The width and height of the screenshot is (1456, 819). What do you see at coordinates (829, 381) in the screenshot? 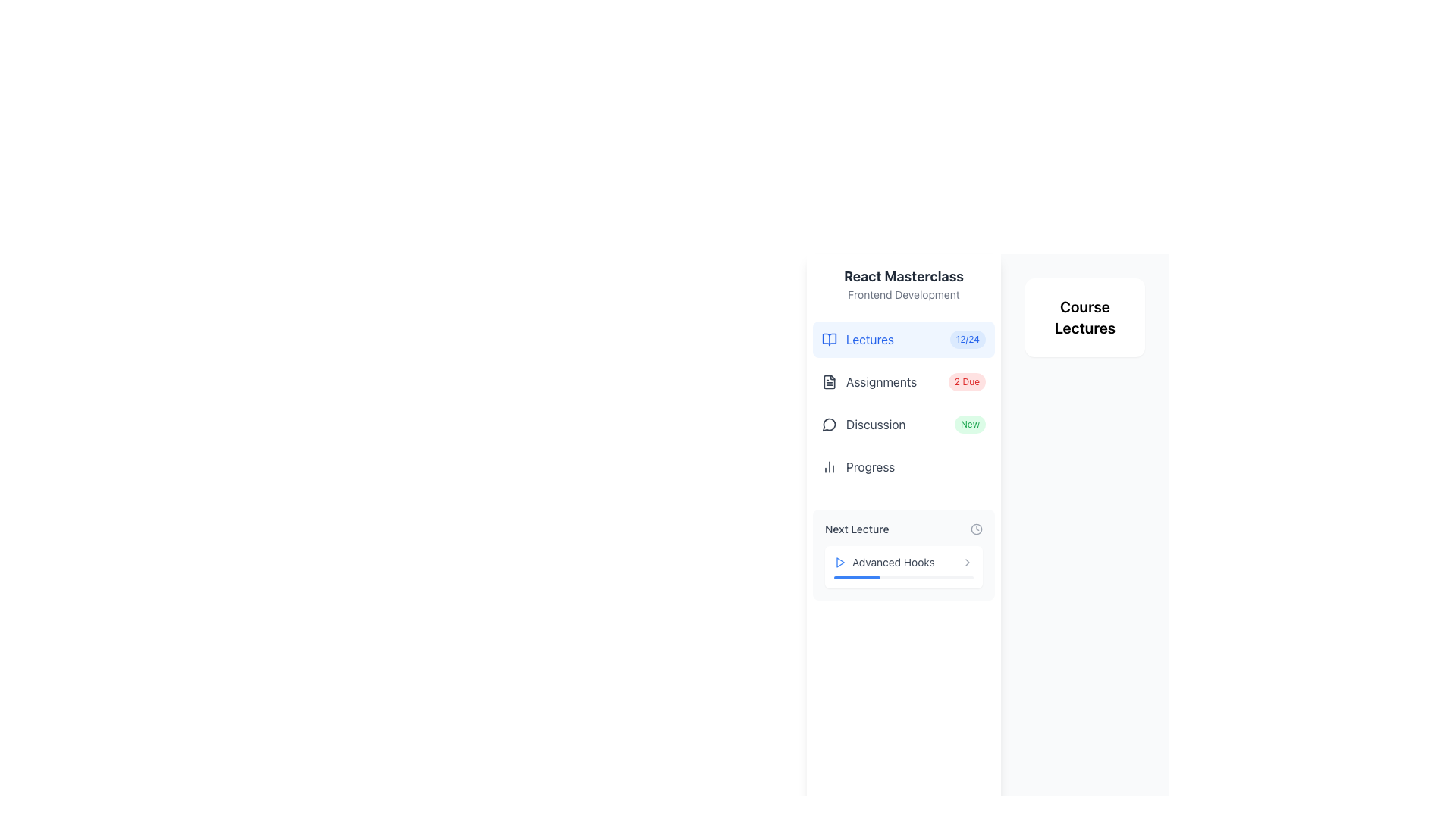
I see `the 'Assignments' SVG icon which visually represents the 'Assignments' section in the menu, located to the left of the text label` at bounding box center [829, 381].